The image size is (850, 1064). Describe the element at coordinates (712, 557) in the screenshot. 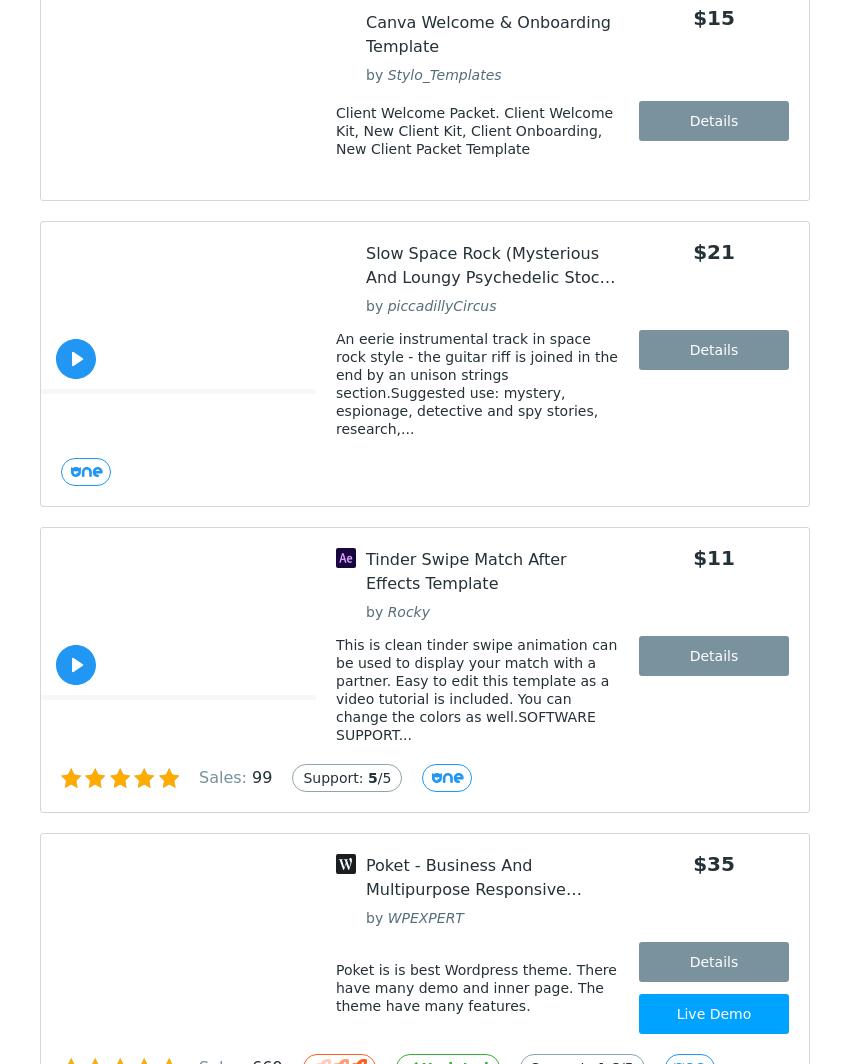

I see `'$11'` at that location.